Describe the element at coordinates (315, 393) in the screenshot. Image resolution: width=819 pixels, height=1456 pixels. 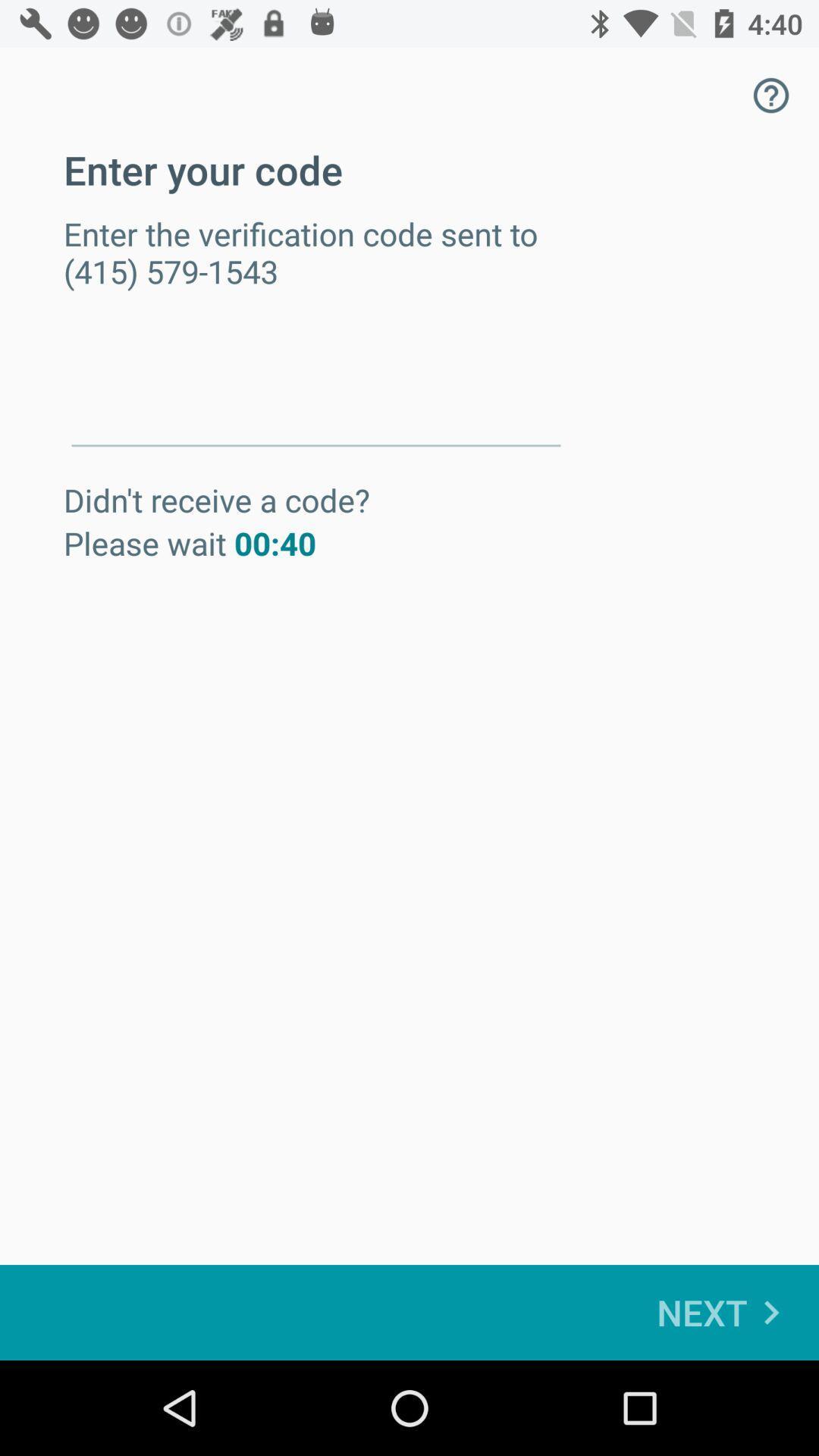
I see `the item above didn t receive item` at that location.